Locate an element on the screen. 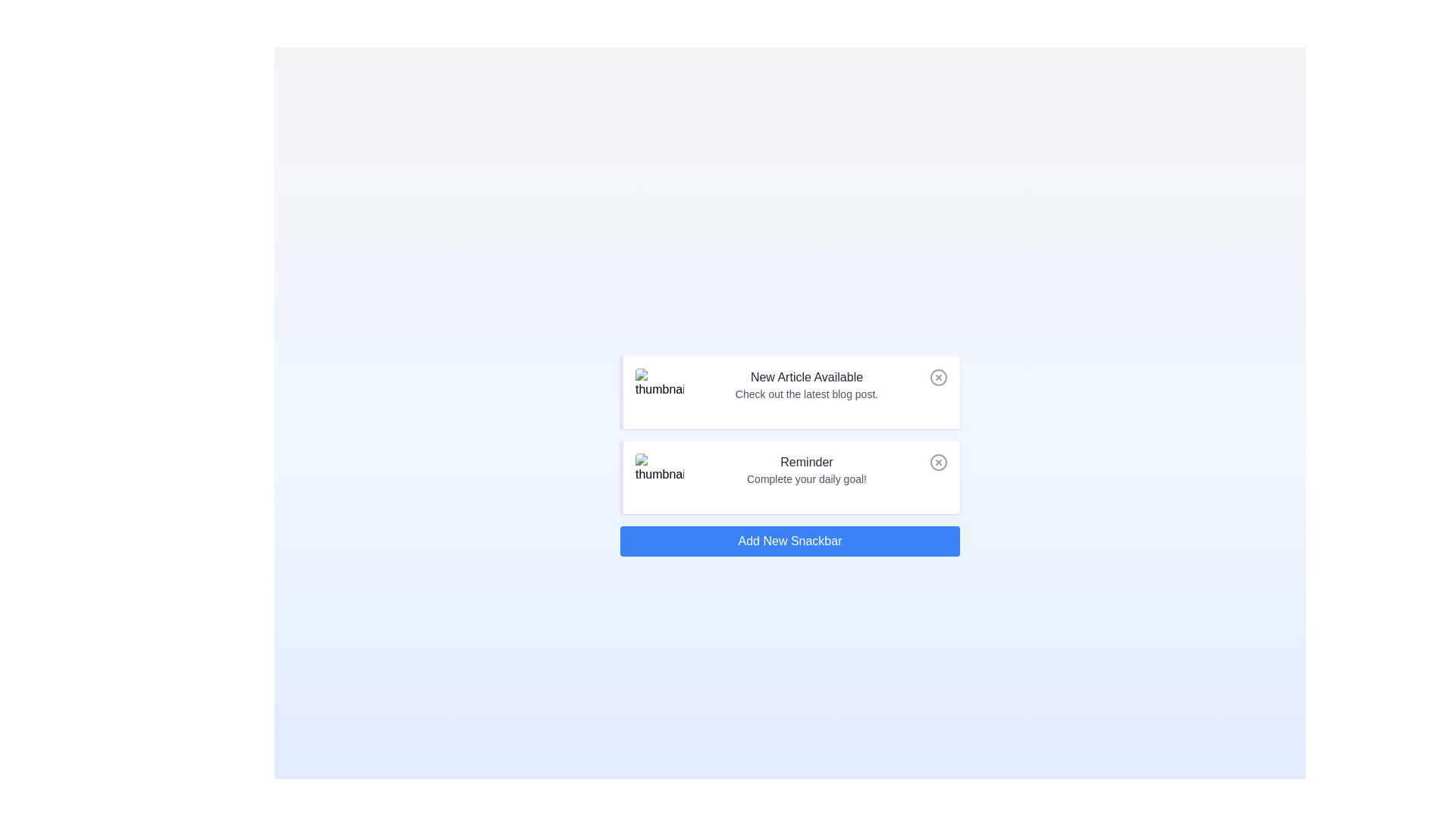 This screenshot has width=1456, height=819. the notification image for Reminder is located at coordinates (659, 476).